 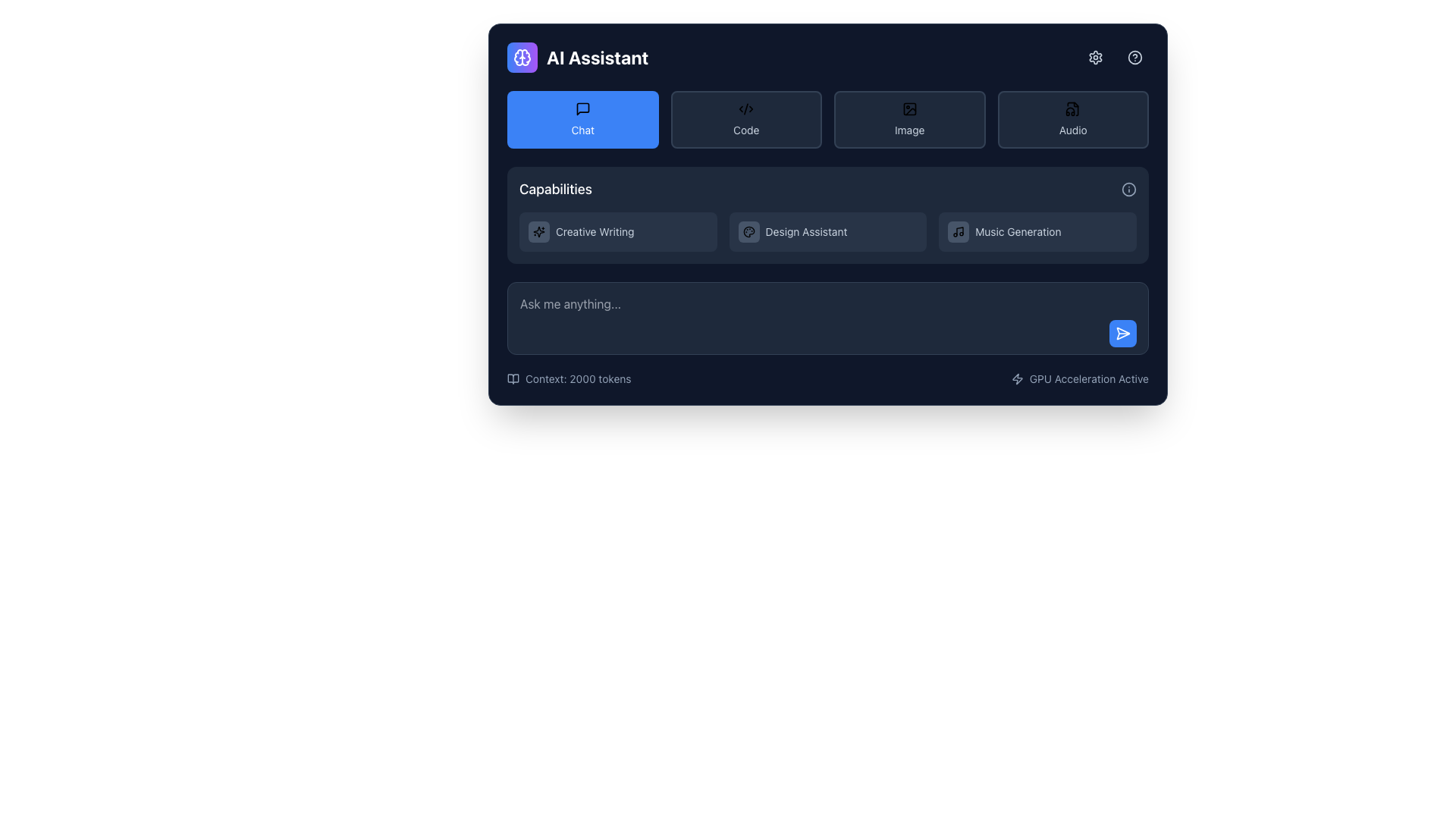 I want to click on the graphic icon or logo located in the upper-left corner of the interface, which serves as a visual indicator or branding element, so click(x=517, y=55).